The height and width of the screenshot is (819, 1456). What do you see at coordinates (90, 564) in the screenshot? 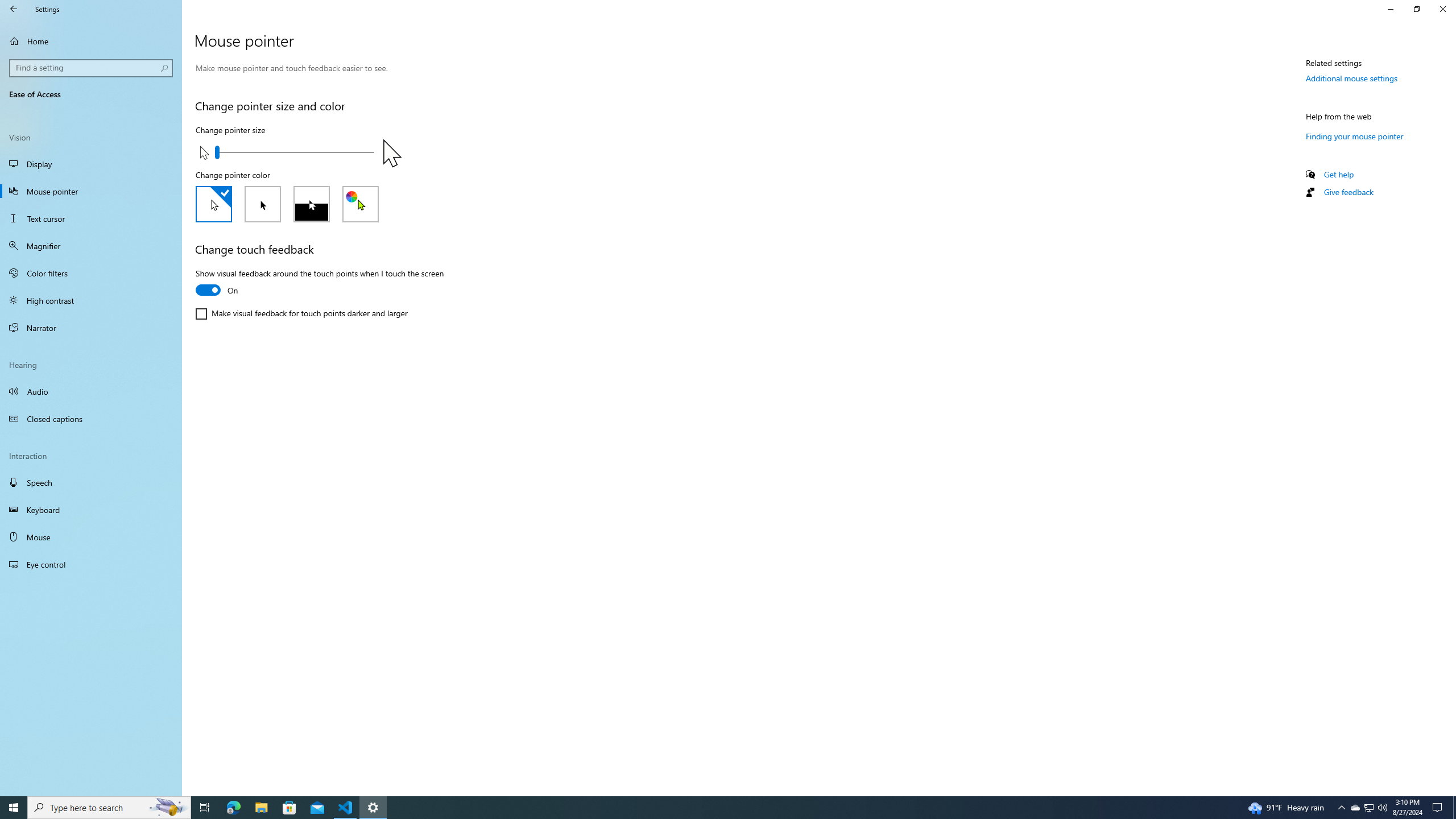
I see `'Eye control'` at bounding box center [90, 564].